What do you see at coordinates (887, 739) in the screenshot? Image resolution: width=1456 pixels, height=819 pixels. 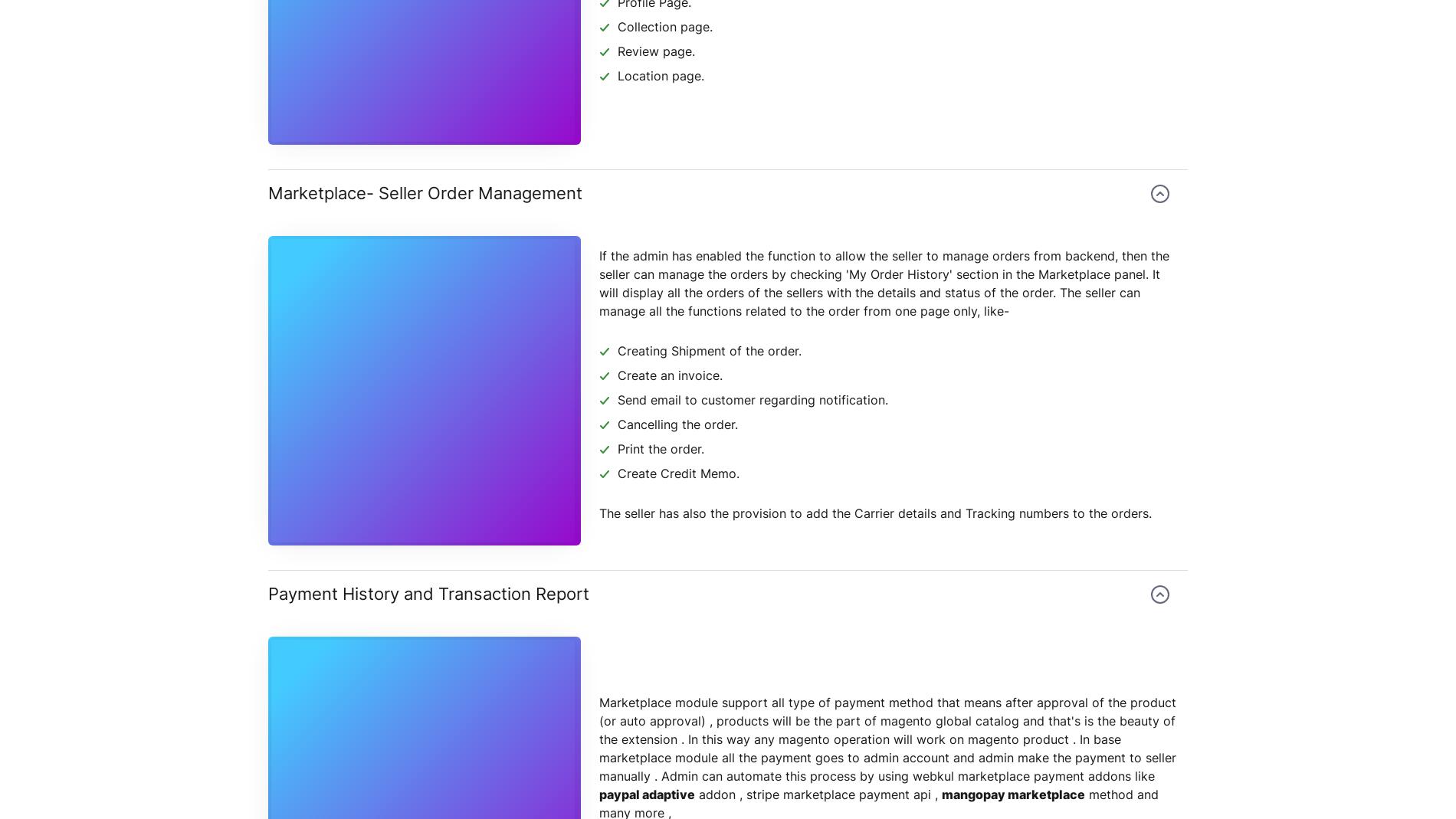 I see `'Marketplace module support all type of payment method that means after approval of the product (or auto approval) , products will be the part of magento global catalog and that's is the beauty of the extension . In this way any magento operation will work on magento product . In base marketplace module all the payment goes to admin account and admin make the payment to seller manually . Admin can automate this process by using webkul marketplace payment addons like'` at bounding box center [887, 739].